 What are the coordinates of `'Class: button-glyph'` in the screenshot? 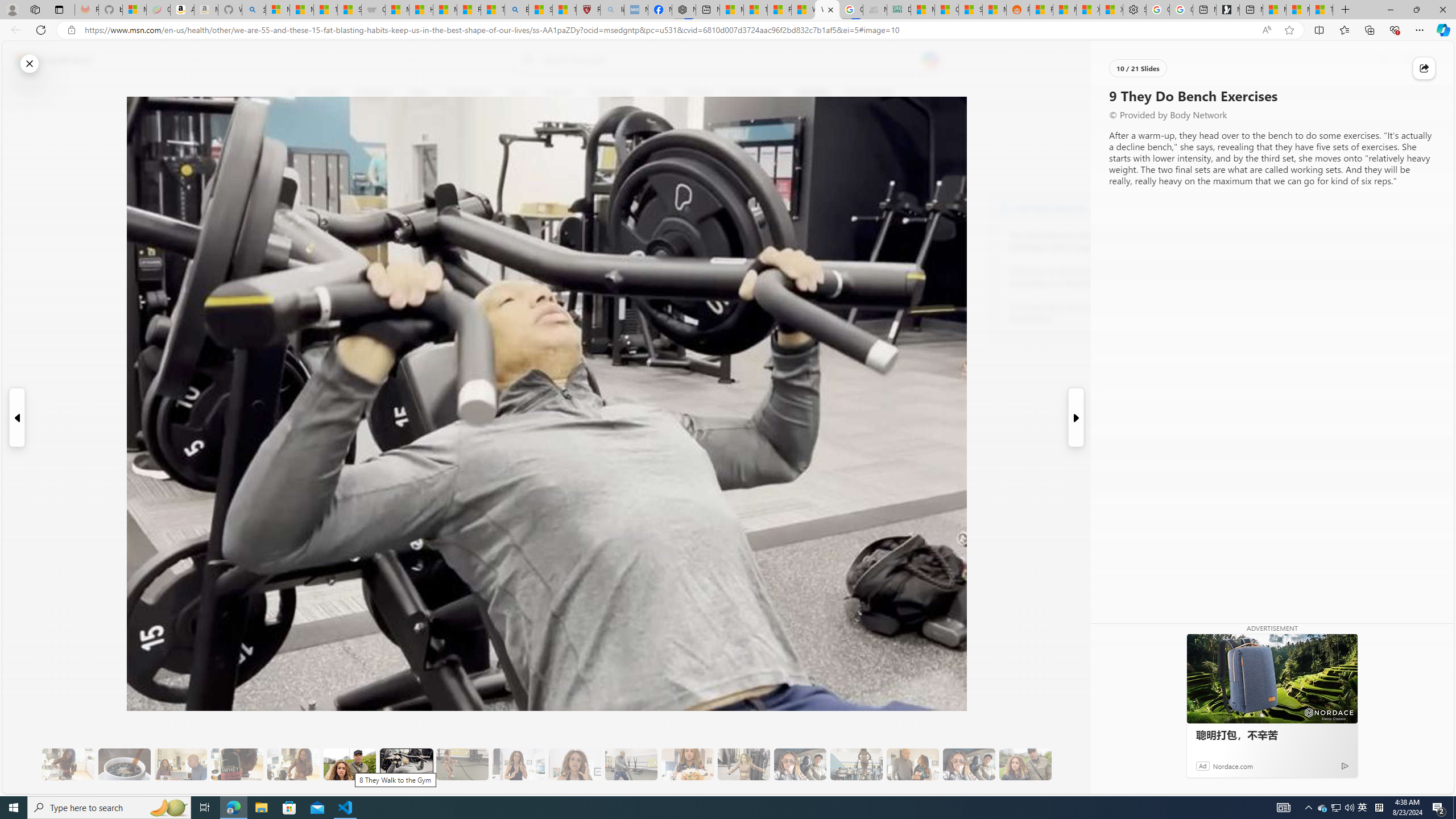 It's located at (292, 92).